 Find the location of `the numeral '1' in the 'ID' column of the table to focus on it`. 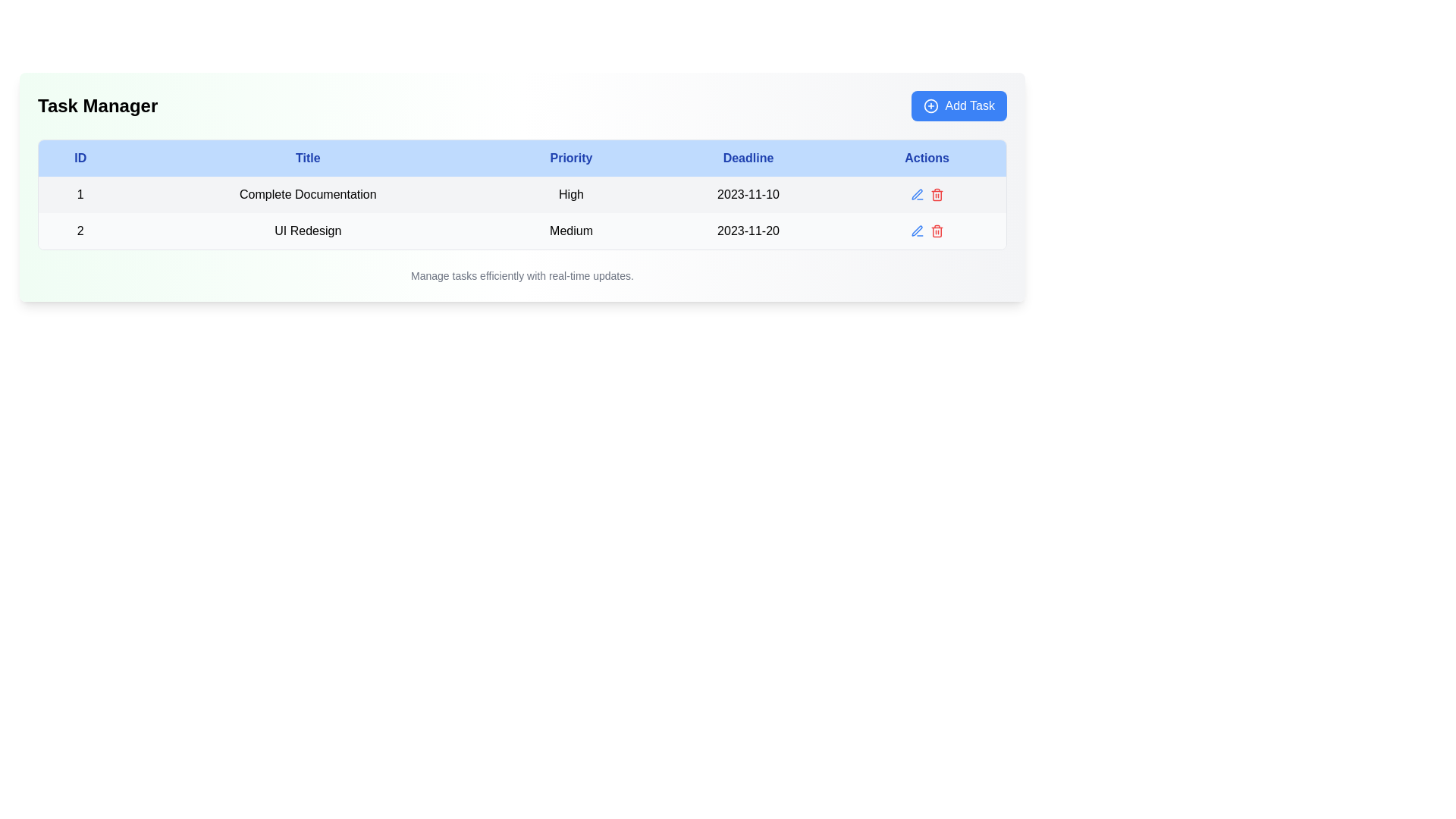

the numeral '1' in the 'ID' column of the table to focus on it is located at coordinates (80, 194).